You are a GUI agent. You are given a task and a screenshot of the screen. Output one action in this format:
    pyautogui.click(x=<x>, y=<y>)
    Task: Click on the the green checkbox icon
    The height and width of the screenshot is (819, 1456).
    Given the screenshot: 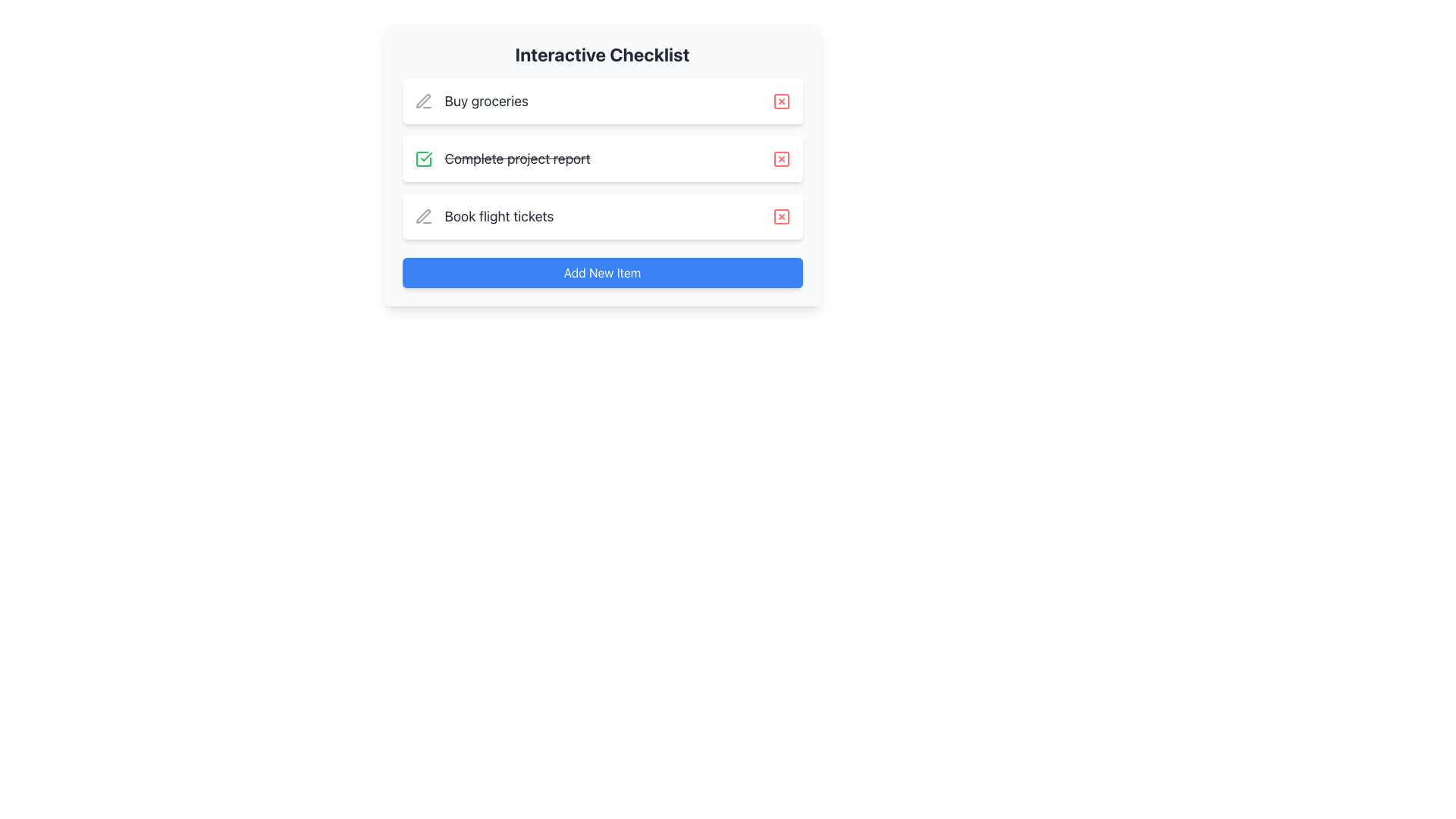 What is the action you would take?
    pyautogui.click(x=423, y=158)
    